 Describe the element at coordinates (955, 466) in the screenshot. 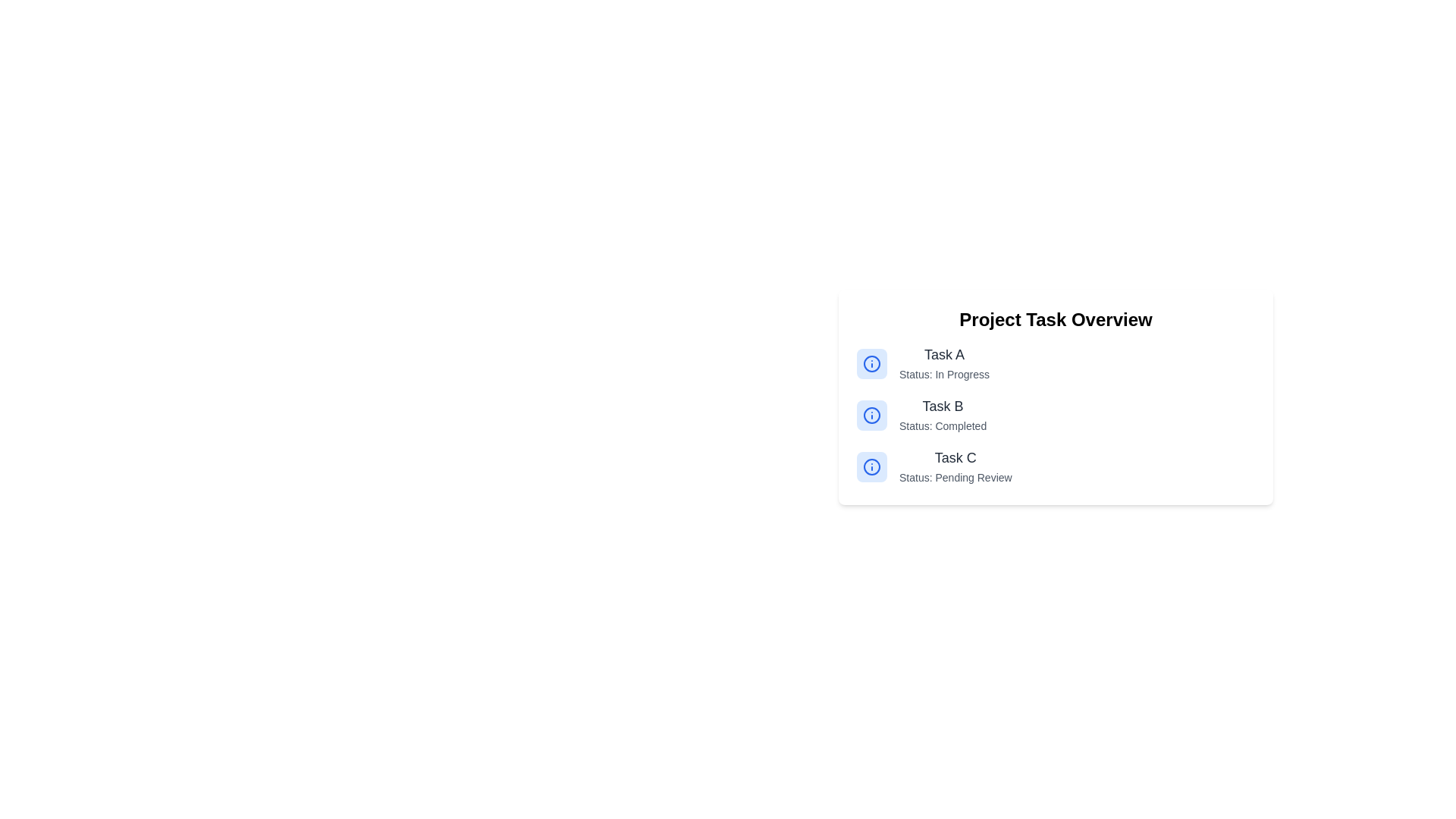

I see `the text label that conveys the task name and its current status, positioned below 'Task A' and 'Task B' in the vertical task list` at that location.